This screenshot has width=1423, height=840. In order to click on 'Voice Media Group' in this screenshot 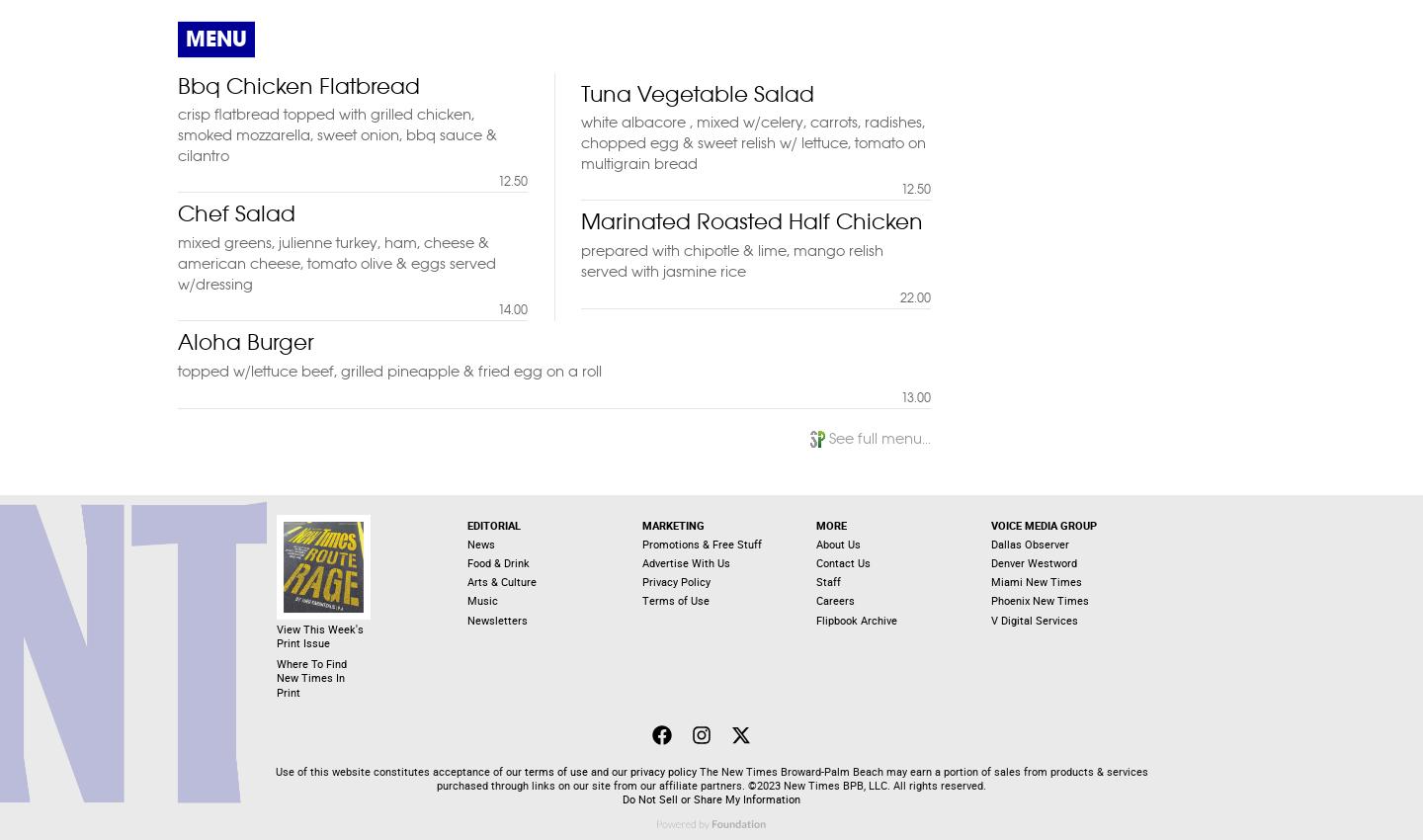, I will do `click(1044, 524)`.